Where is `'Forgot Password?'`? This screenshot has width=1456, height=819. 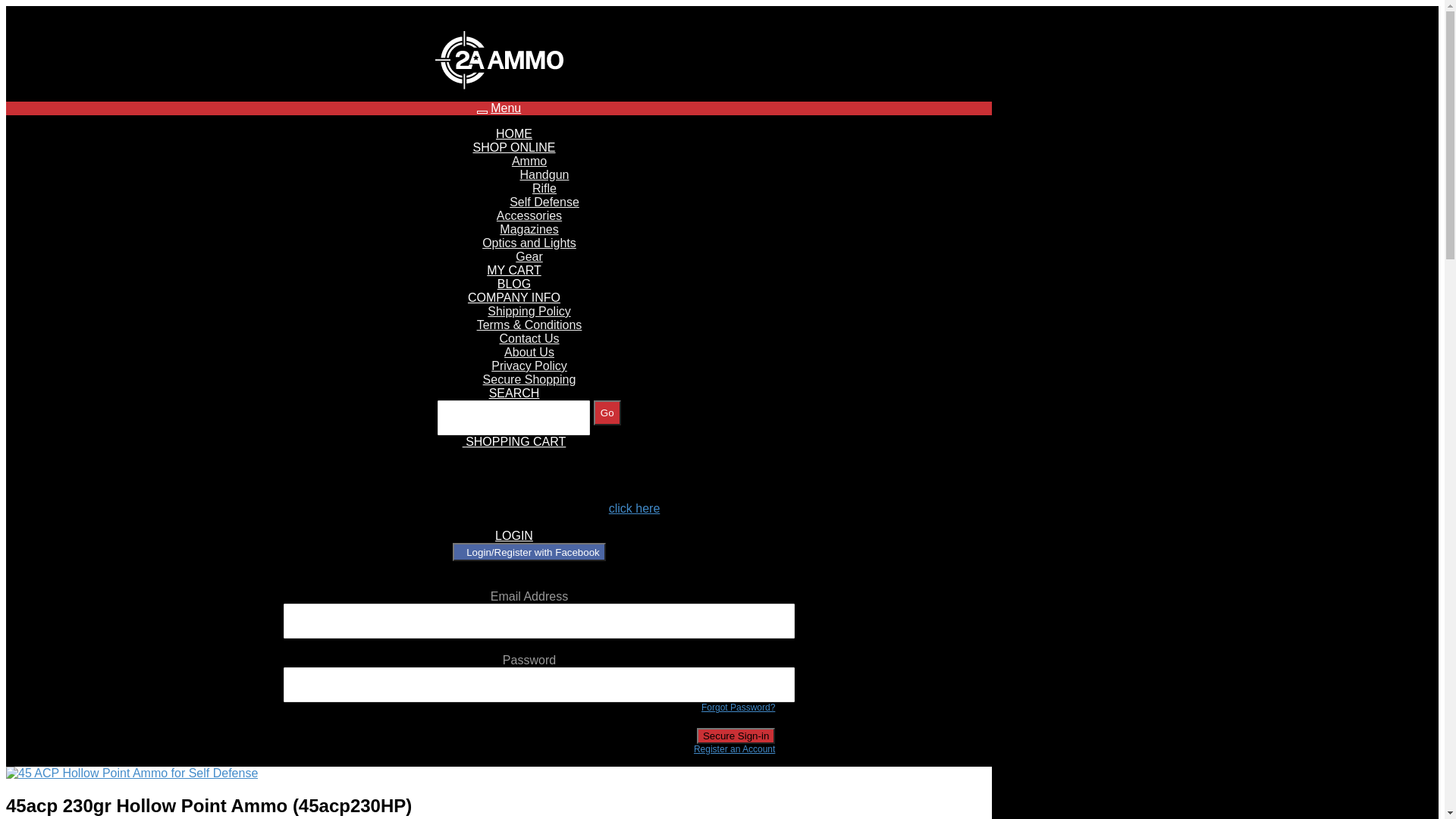
'Forgot Password?' is located at coordinates (738, 708).